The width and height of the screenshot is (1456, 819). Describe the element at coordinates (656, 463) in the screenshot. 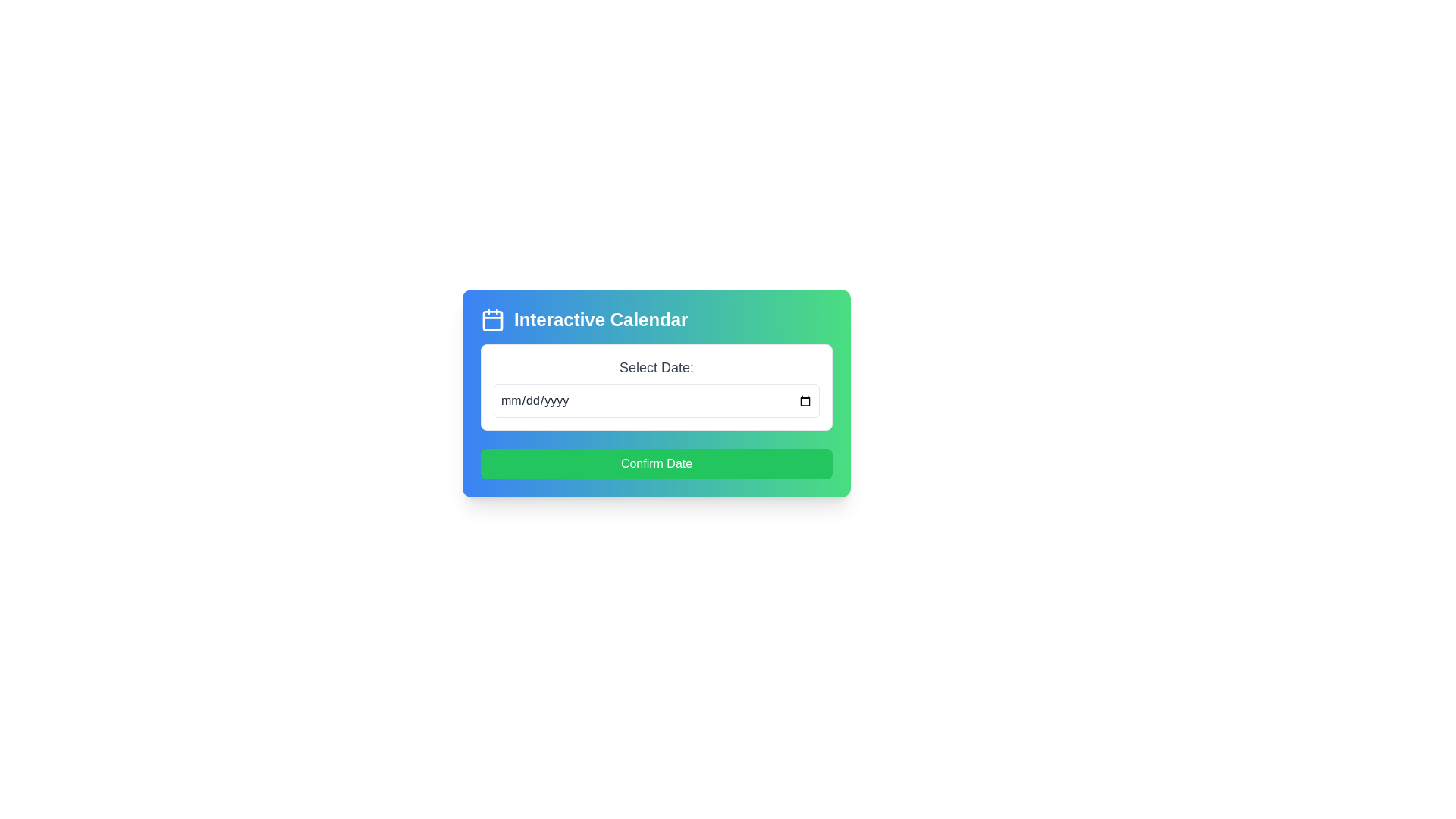

I see `the 'Confirm Date' button, which is a rectangular button with rounded corners, solid green color, and white text, located at the bottom of the card interface` at that location.